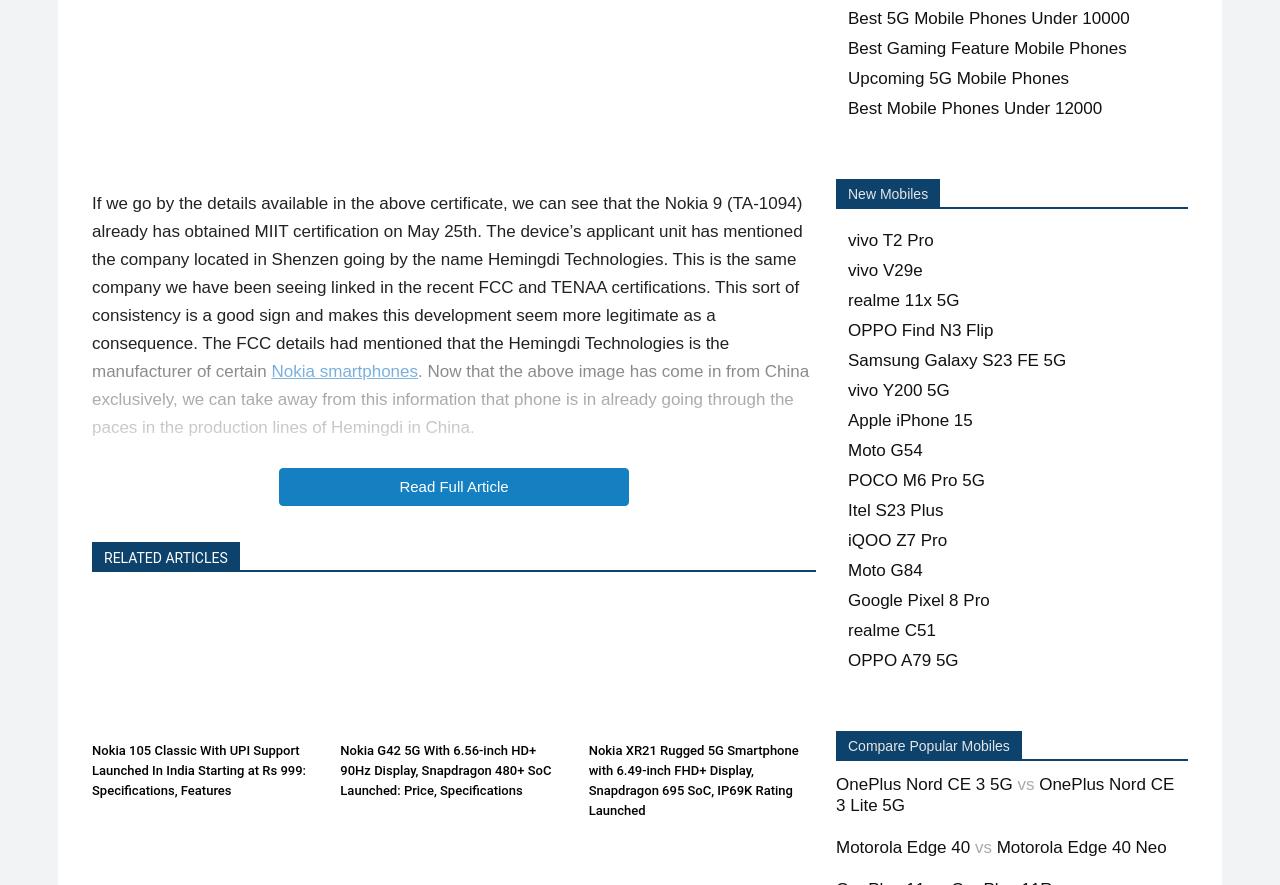 The height and width of the screenshot is (885, 1280). Describe the element at coordinates (199, 768) in the screenshot. I see `'Nokia 105 Classic With UPI Support Launched In India Starting at Rs 999: Specifications, Features'` at that location.